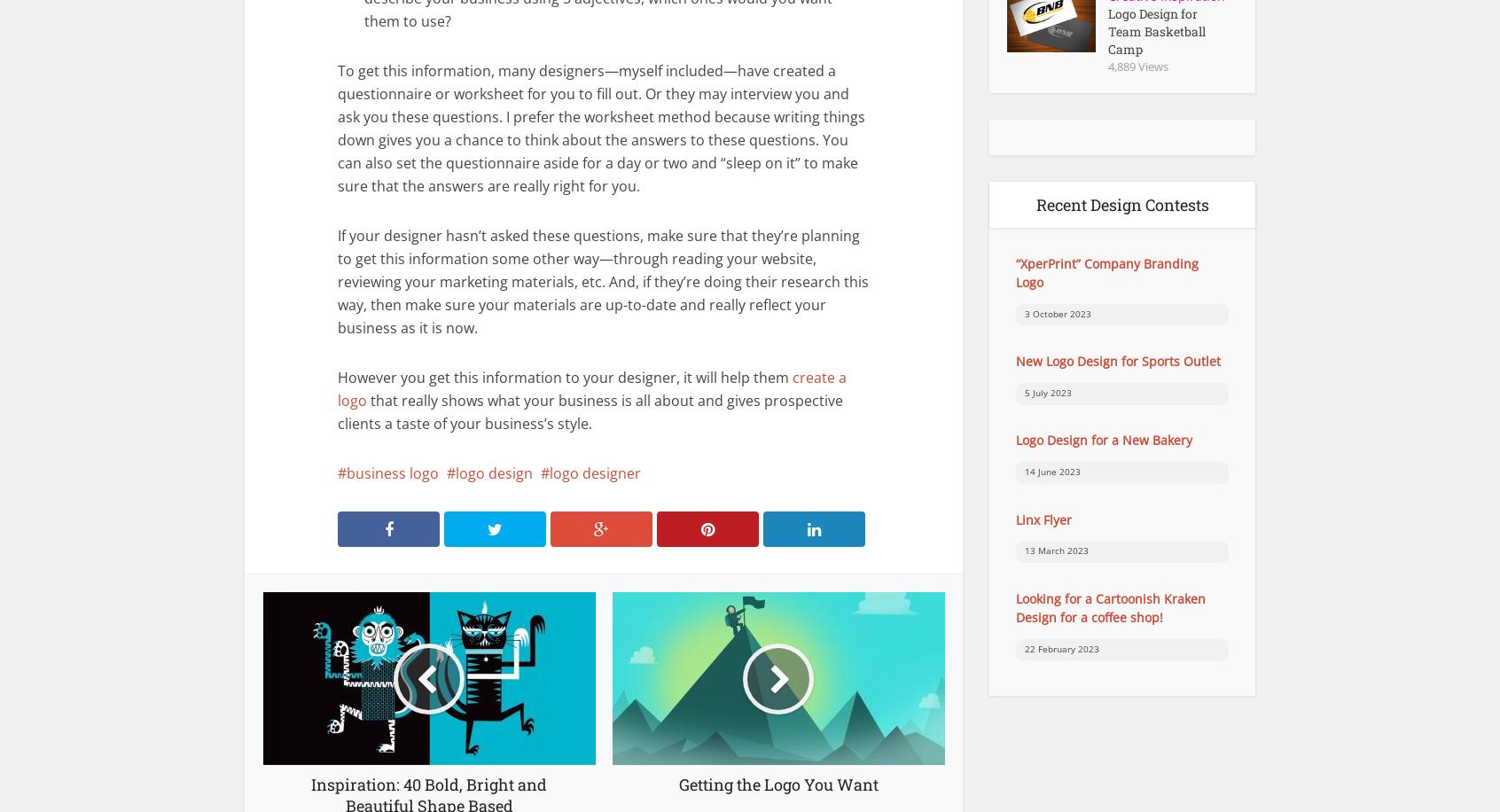  Describe the element at coordinates (1046, 391) in the screenshot. I see `'5 July 2023'` at that location.